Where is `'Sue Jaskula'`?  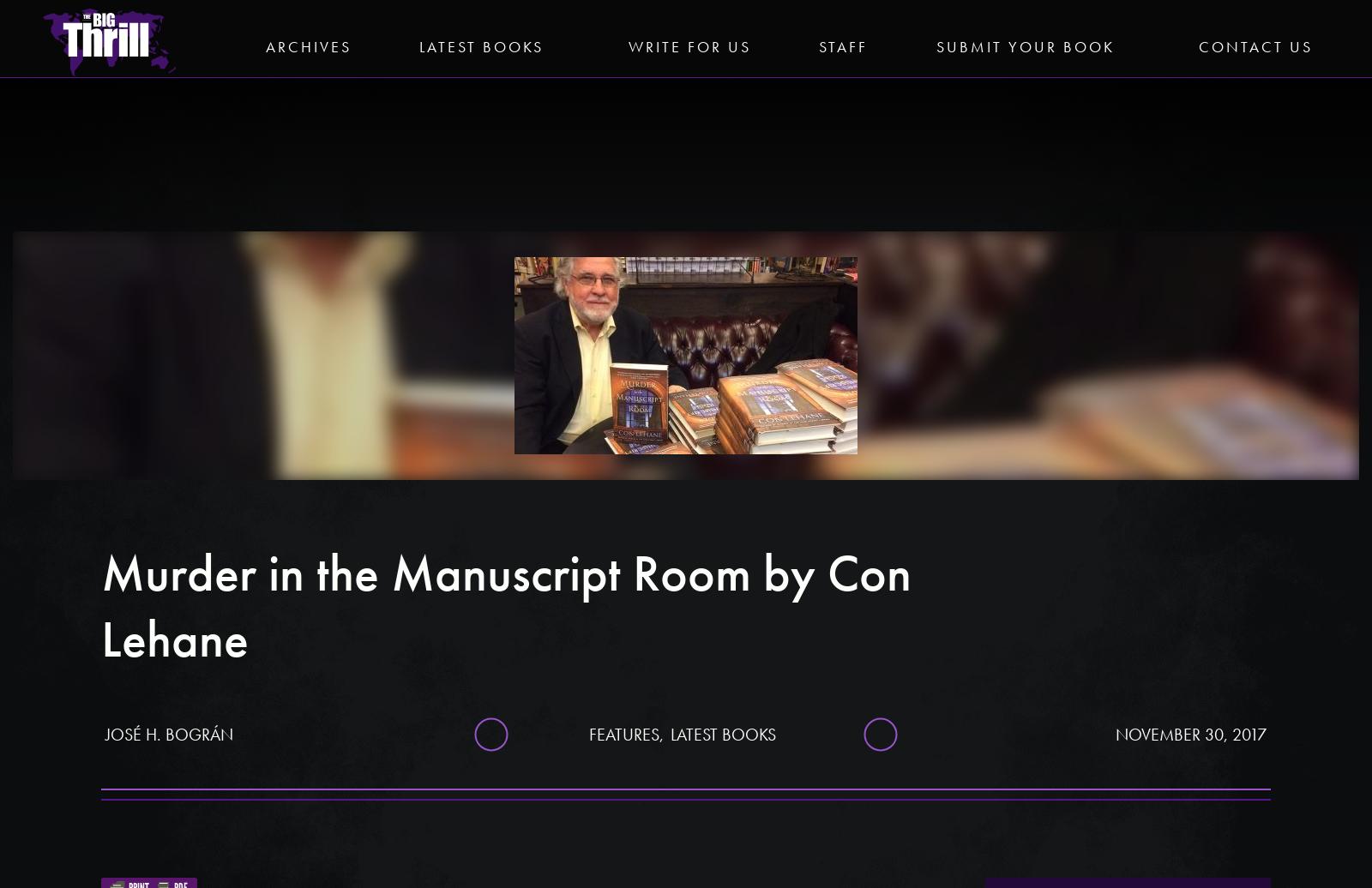 'Sue Jaskula' is located at coordinates (1127, 783).